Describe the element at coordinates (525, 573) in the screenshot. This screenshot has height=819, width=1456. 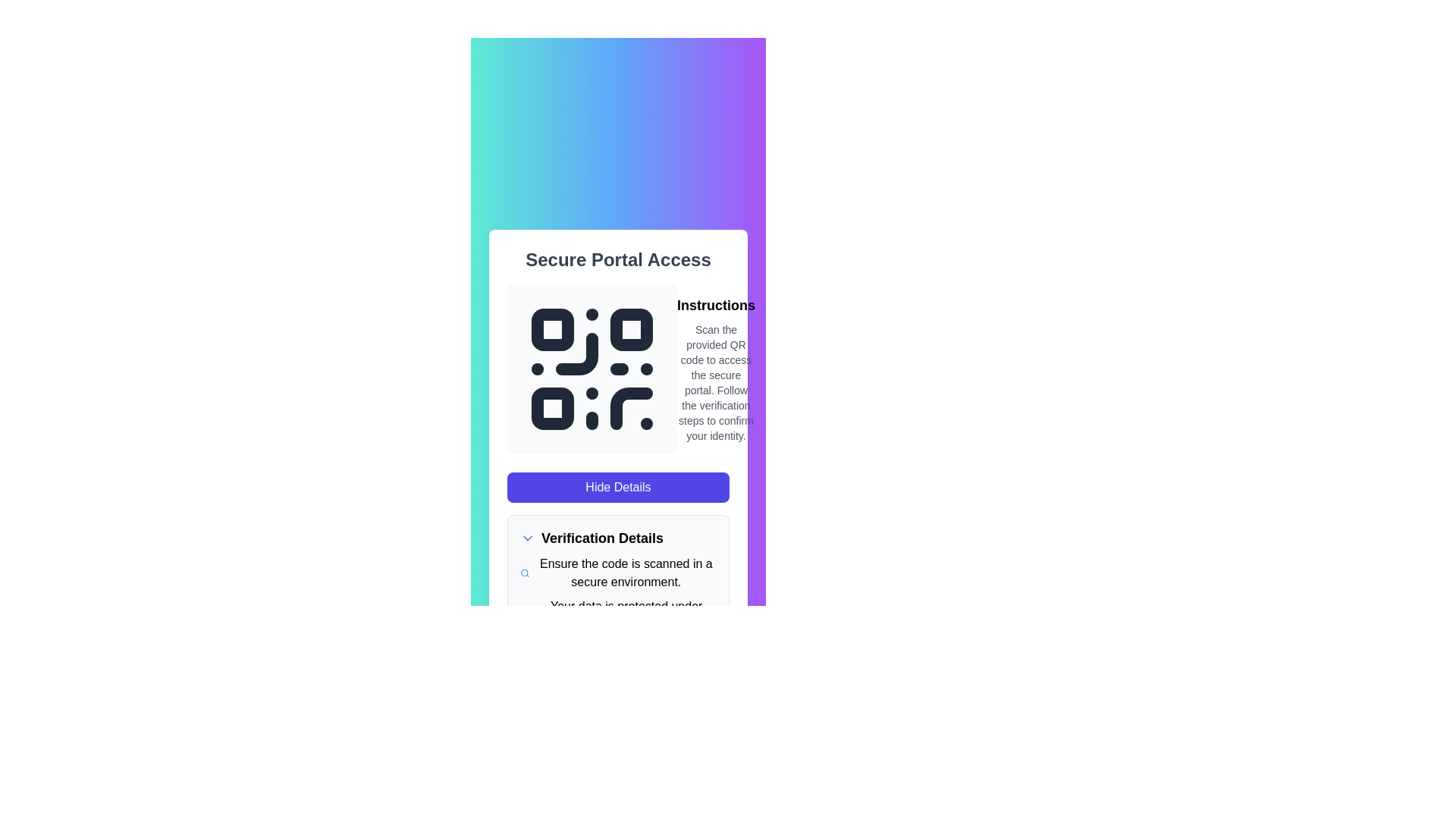
I see `the search icon located in the verification details section, which is positioned to the left of the descriptive text` at that location.